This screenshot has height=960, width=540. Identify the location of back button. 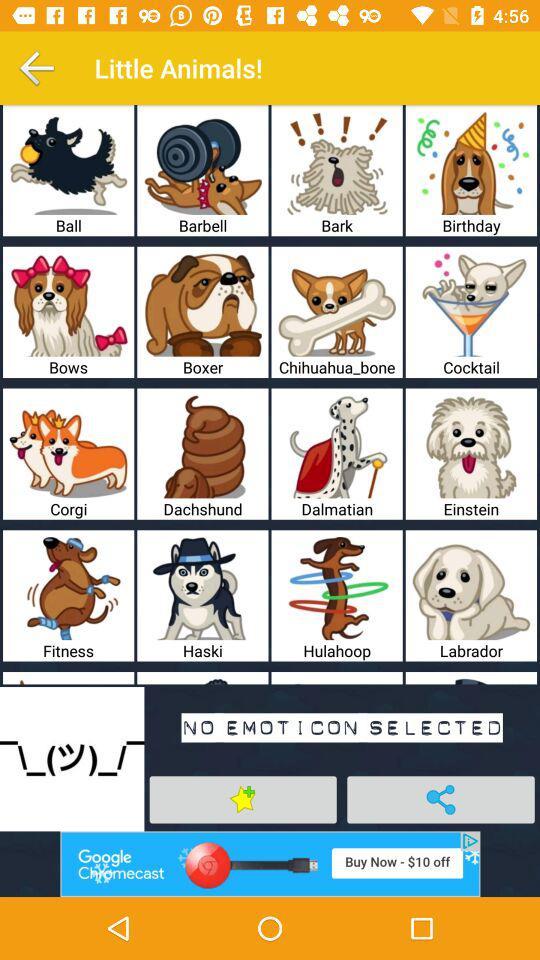
(36, 68).